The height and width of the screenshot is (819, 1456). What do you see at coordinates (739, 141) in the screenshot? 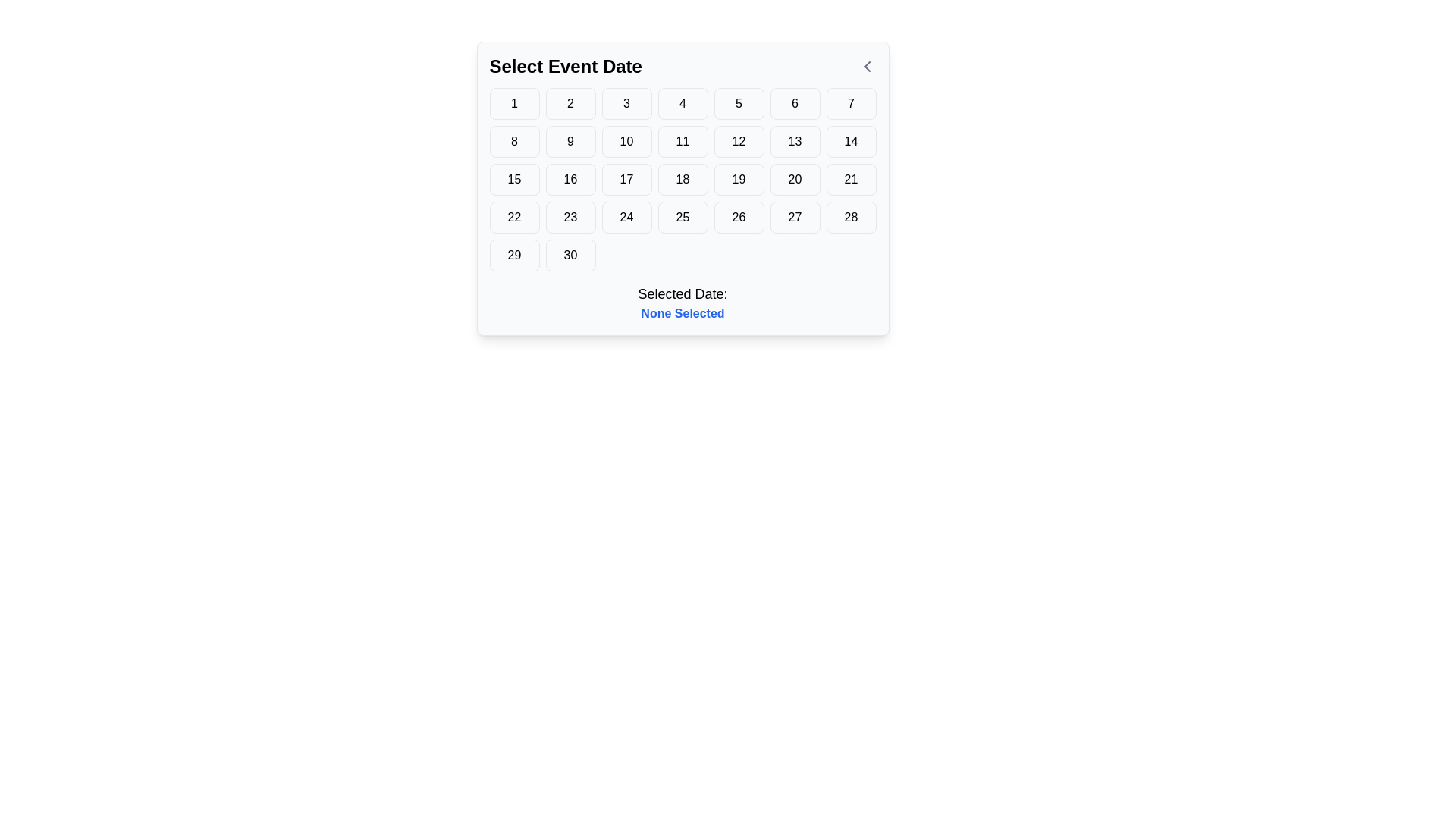
I see `the button in the second row and fifth column of the date selection grid` at bounding box center [739, 141].